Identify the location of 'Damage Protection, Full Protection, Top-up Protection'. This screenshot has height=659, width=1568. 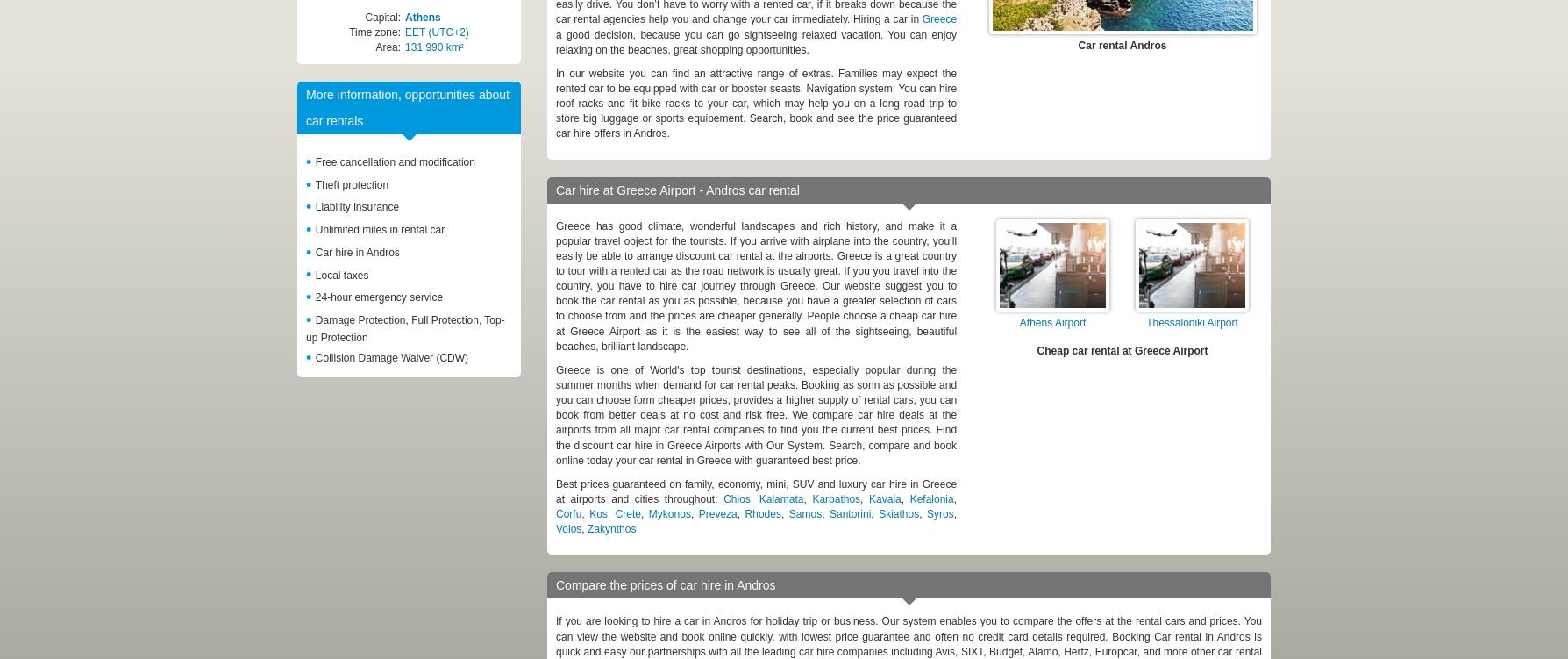
(405, 327).